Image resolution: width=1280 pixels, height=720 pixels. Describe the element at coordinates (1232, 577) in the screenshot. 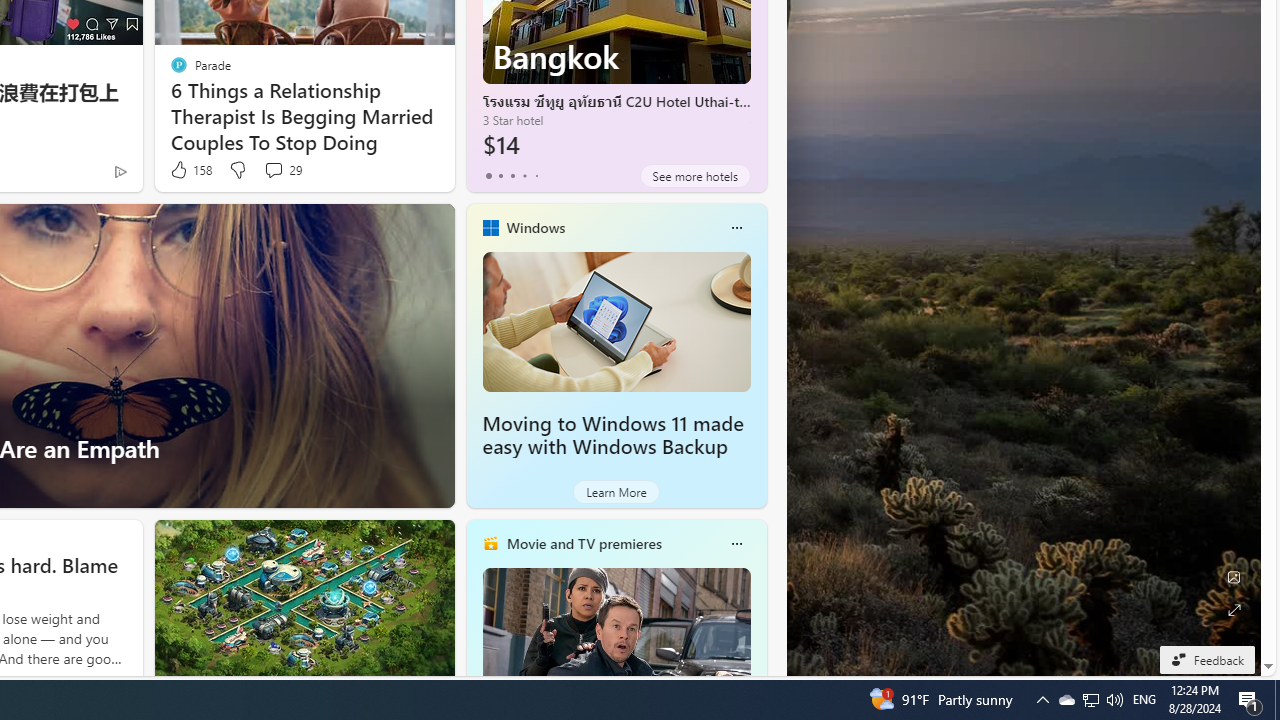

I see `'Edit Background'` at that location.